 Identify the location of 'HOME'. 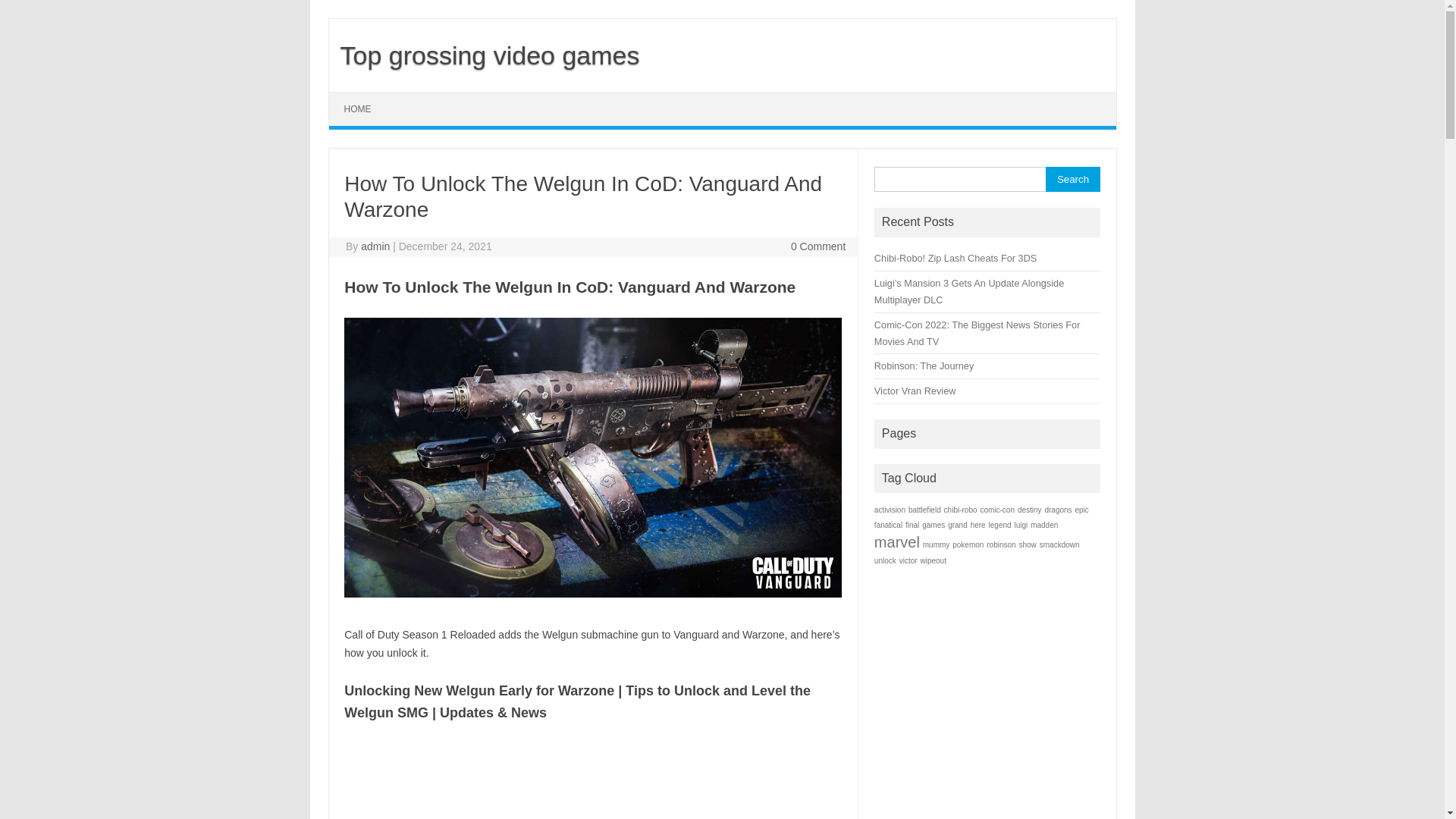
(328, 108).